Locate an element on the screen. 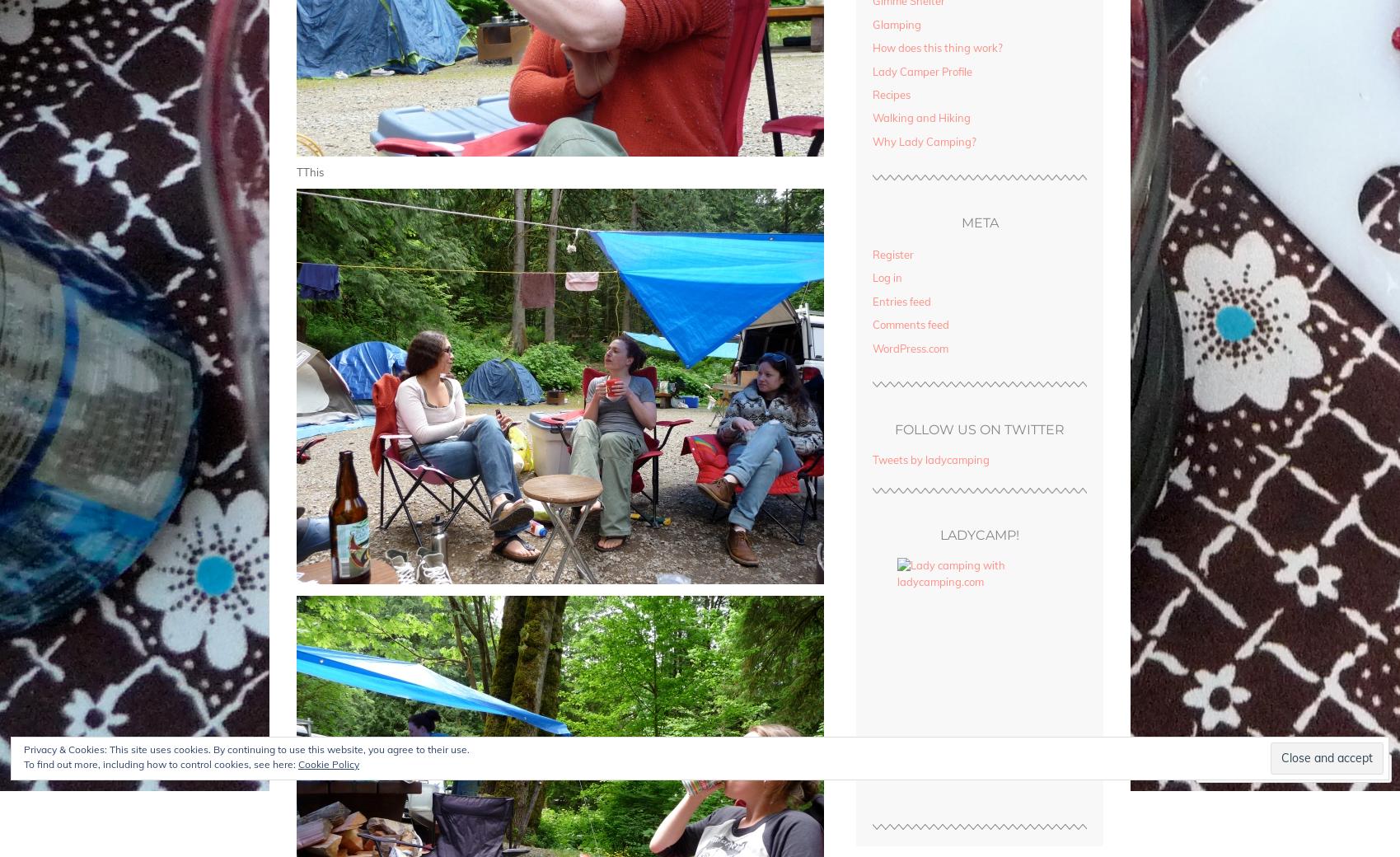  'Comment' is located at coordinates (1251, 768).